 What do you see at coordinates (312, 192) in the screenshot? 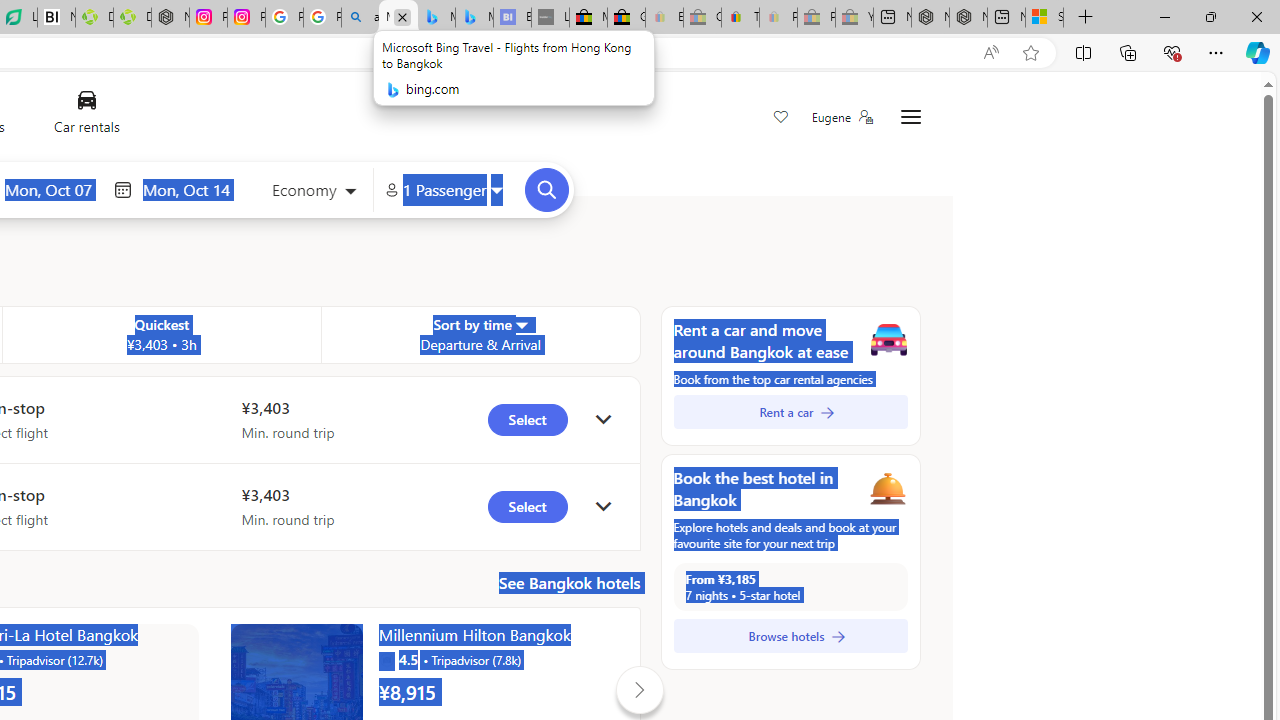
I see `'Select class of service'` at bounding box center [312, 192].